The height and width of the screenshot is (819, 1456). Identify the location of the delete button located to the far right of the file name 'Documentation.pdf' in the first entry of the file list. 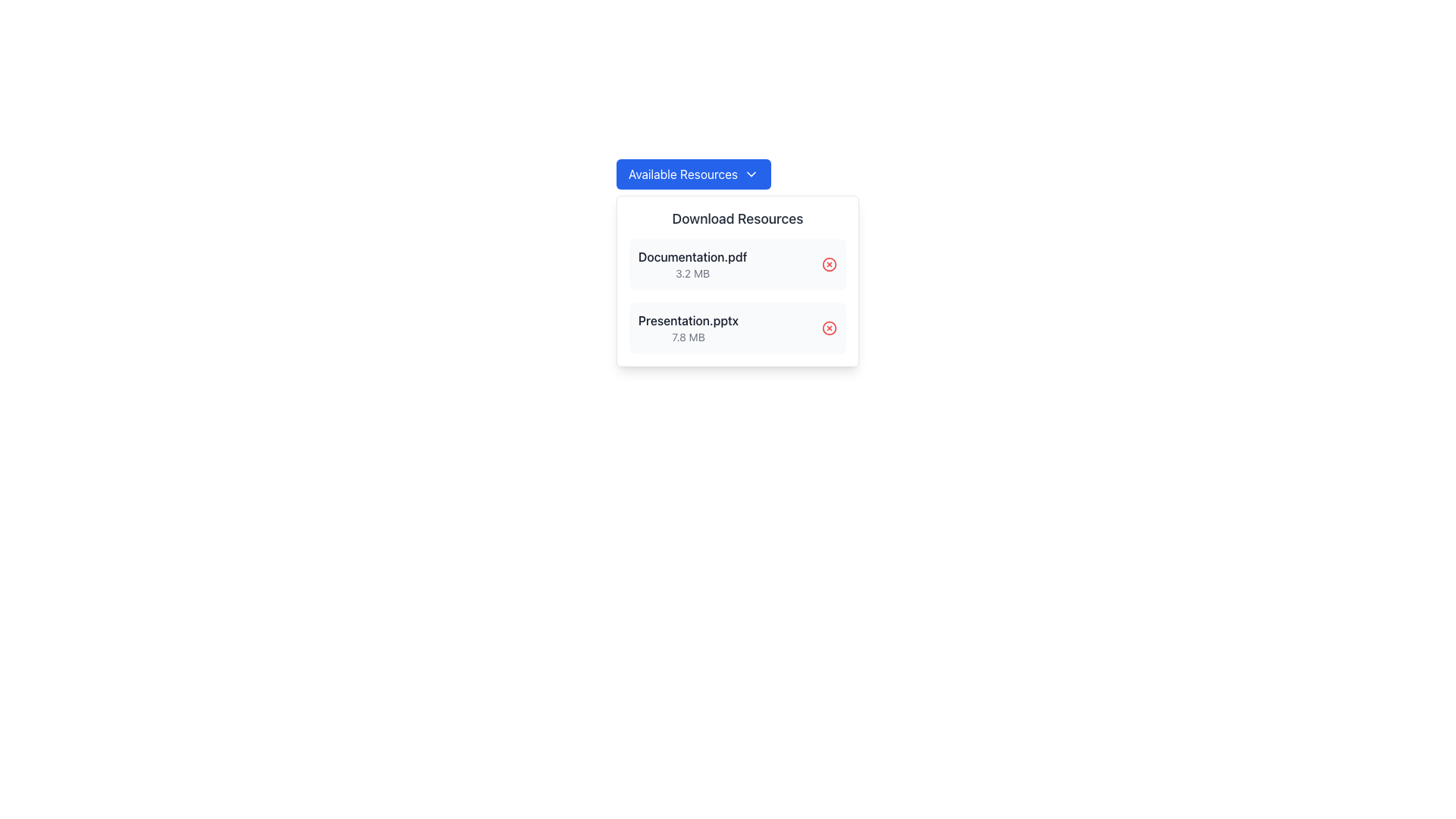
(829, 263).